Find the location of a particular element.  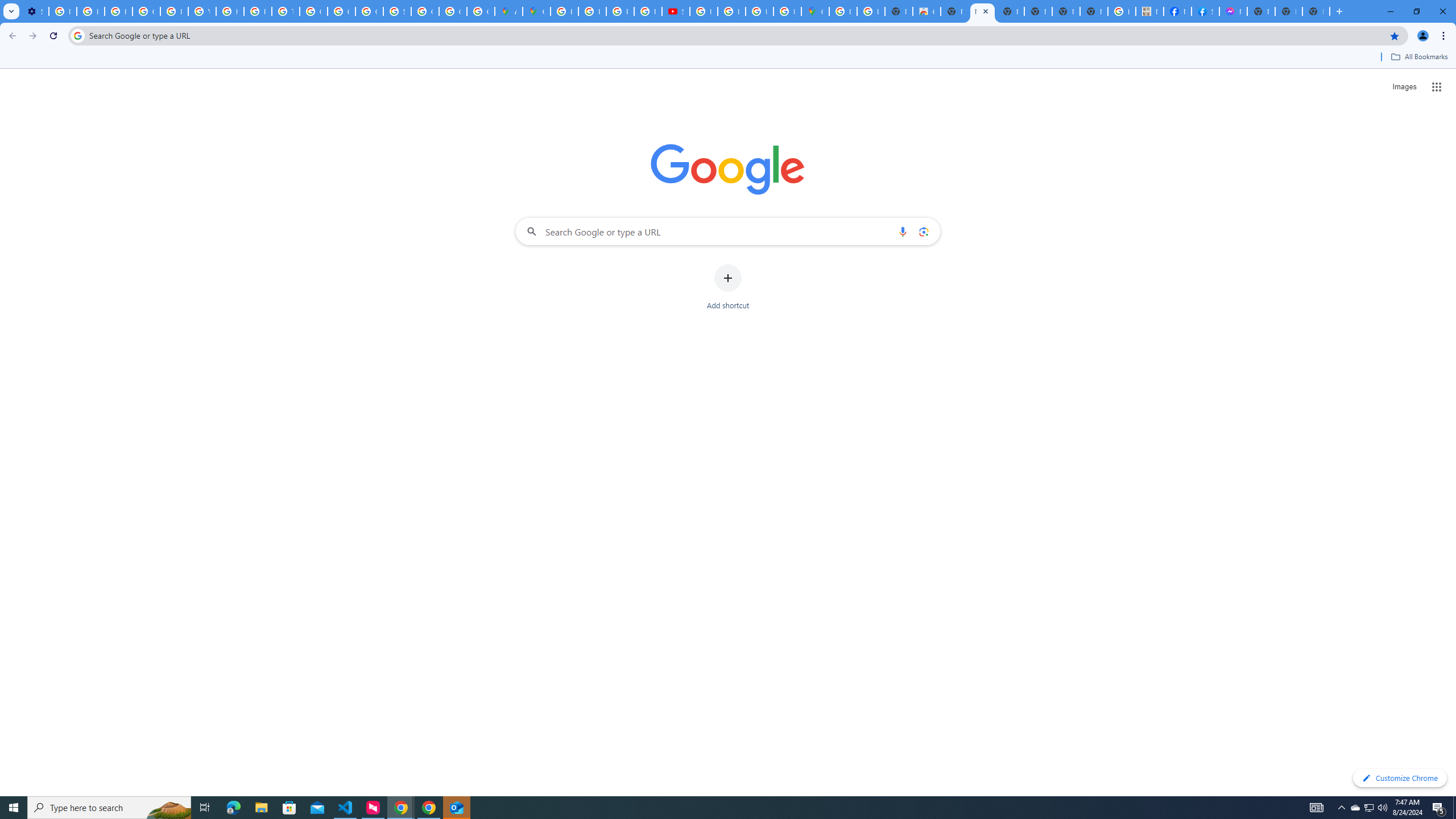

'https://scholar.google.com/' is located at coordinates (229, 11).